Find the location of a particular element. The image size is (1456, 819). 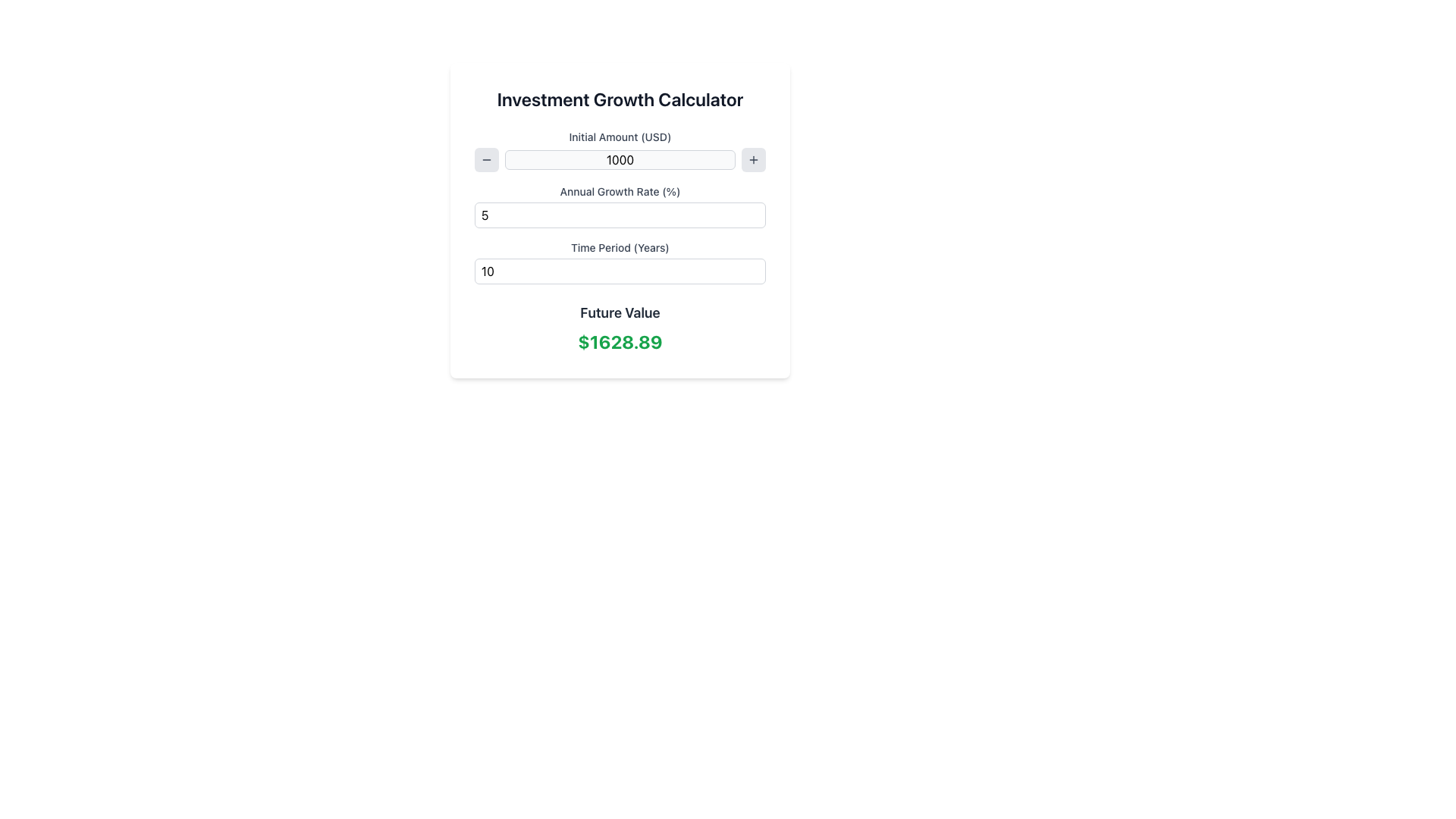

the static text label reading 'Time Period (Years)' that is positioned above the number input field set to '10' is located at coordinates (620, 247).